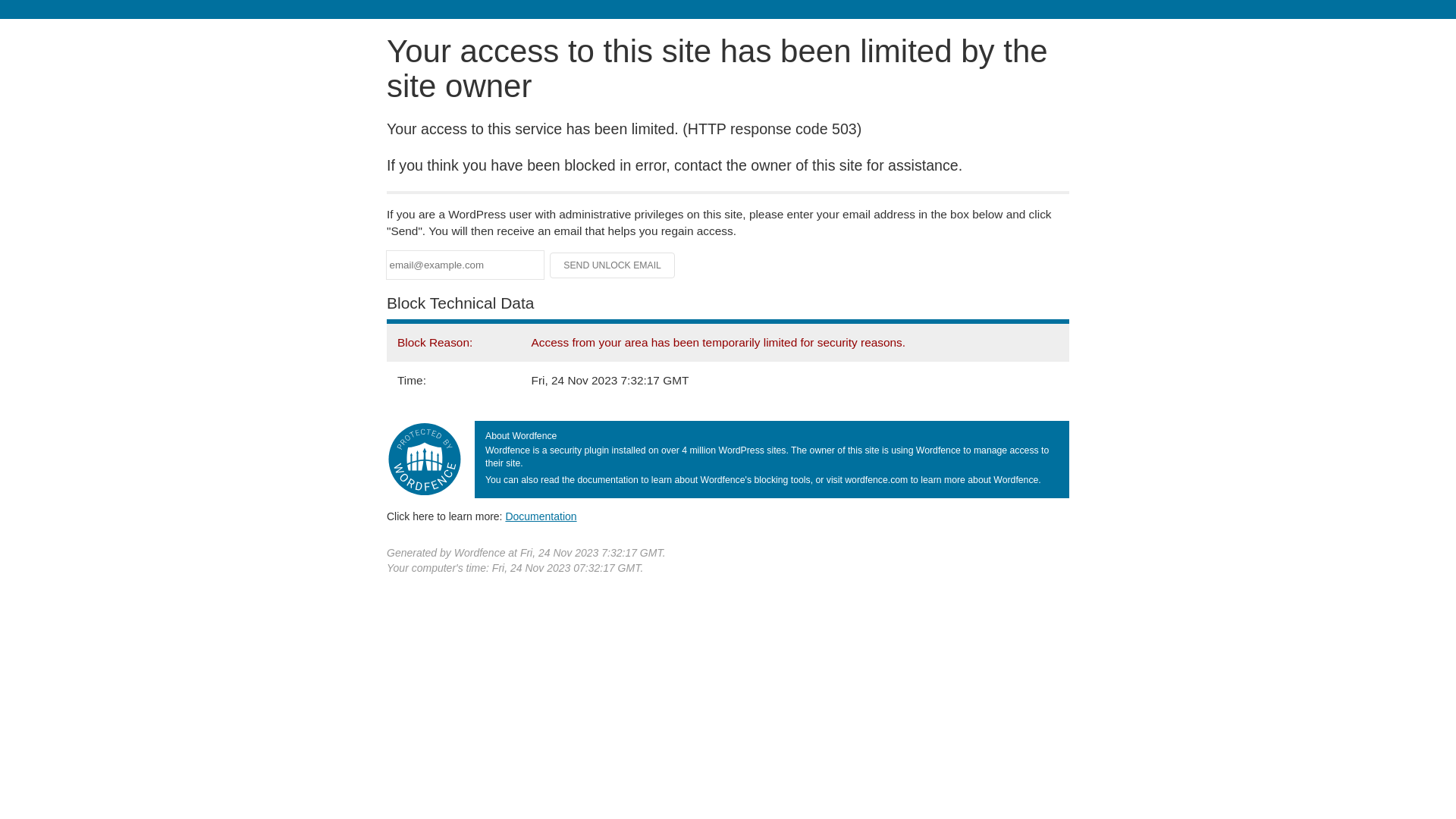 The height and width of the screenshot is (819, 1456). Describe the element at coordinates (541, 516) in the screenshot. I see `'Documentation'` at that location.